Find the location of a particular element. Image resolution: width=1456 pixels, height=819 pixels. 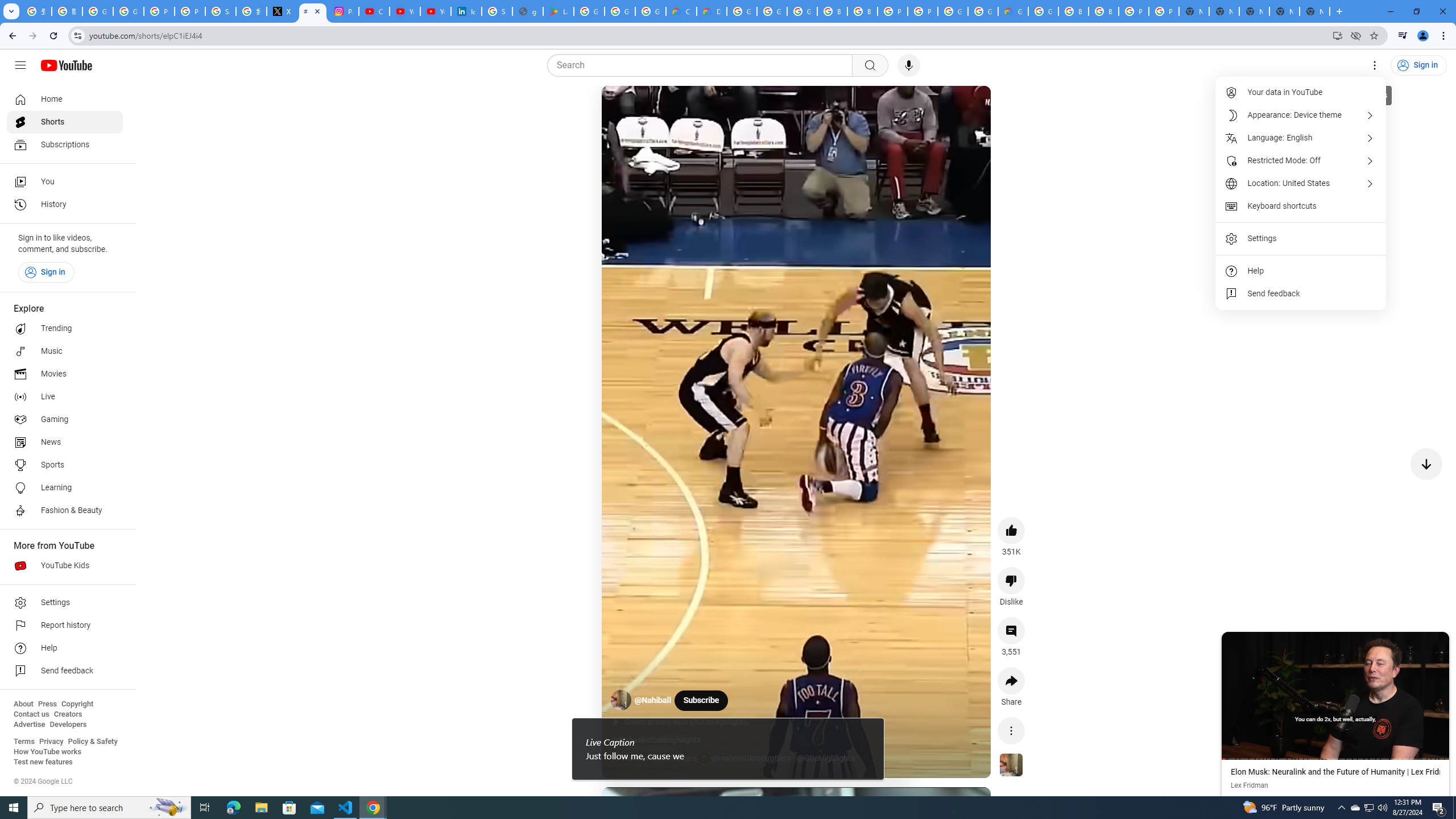

'Learning' is located at coordinates (64, 487).